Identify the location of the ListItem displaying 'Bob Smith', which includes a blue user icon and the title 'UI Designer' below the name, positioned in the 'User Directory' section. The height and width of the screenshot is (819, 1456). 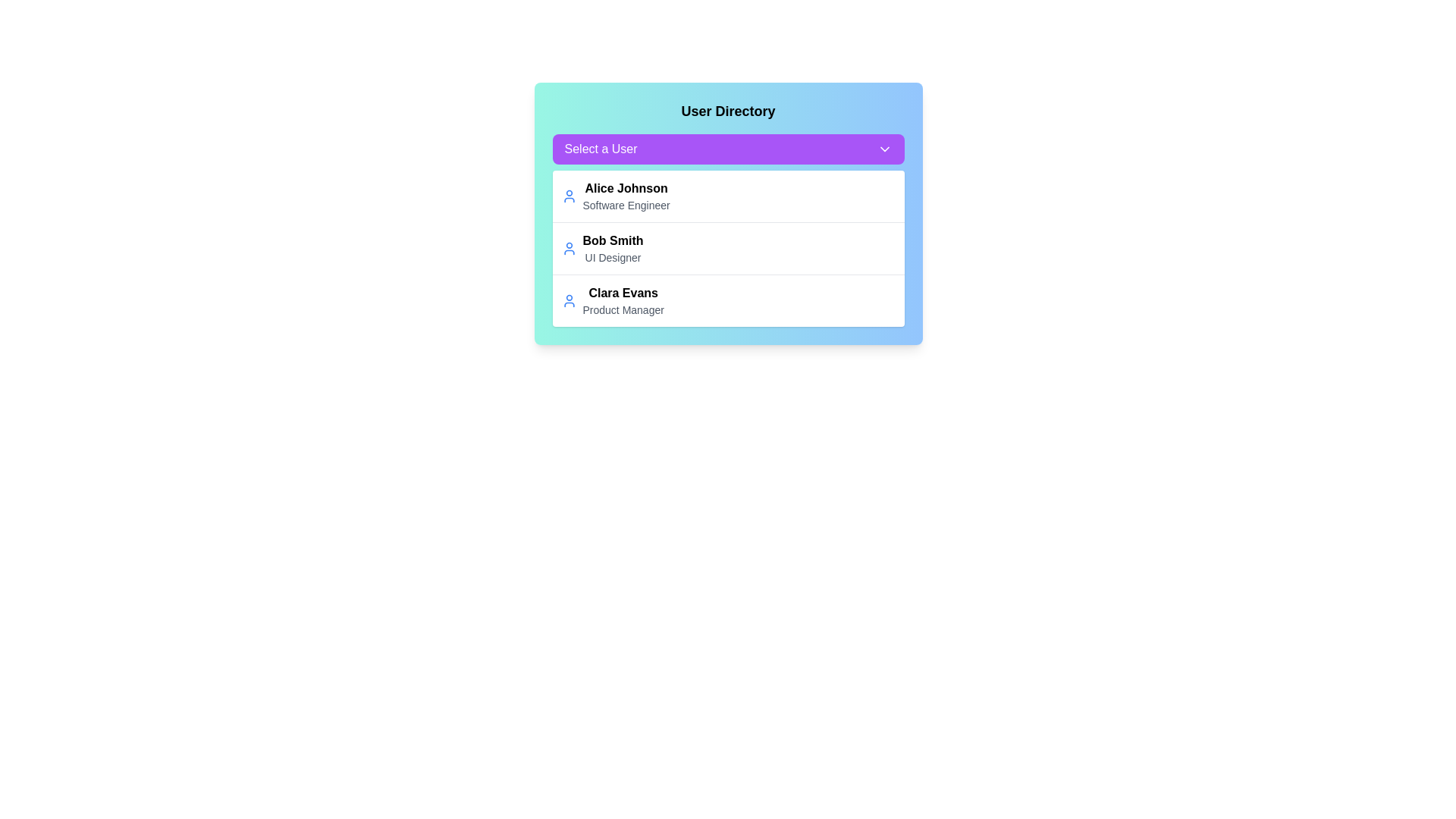
(601, 247).